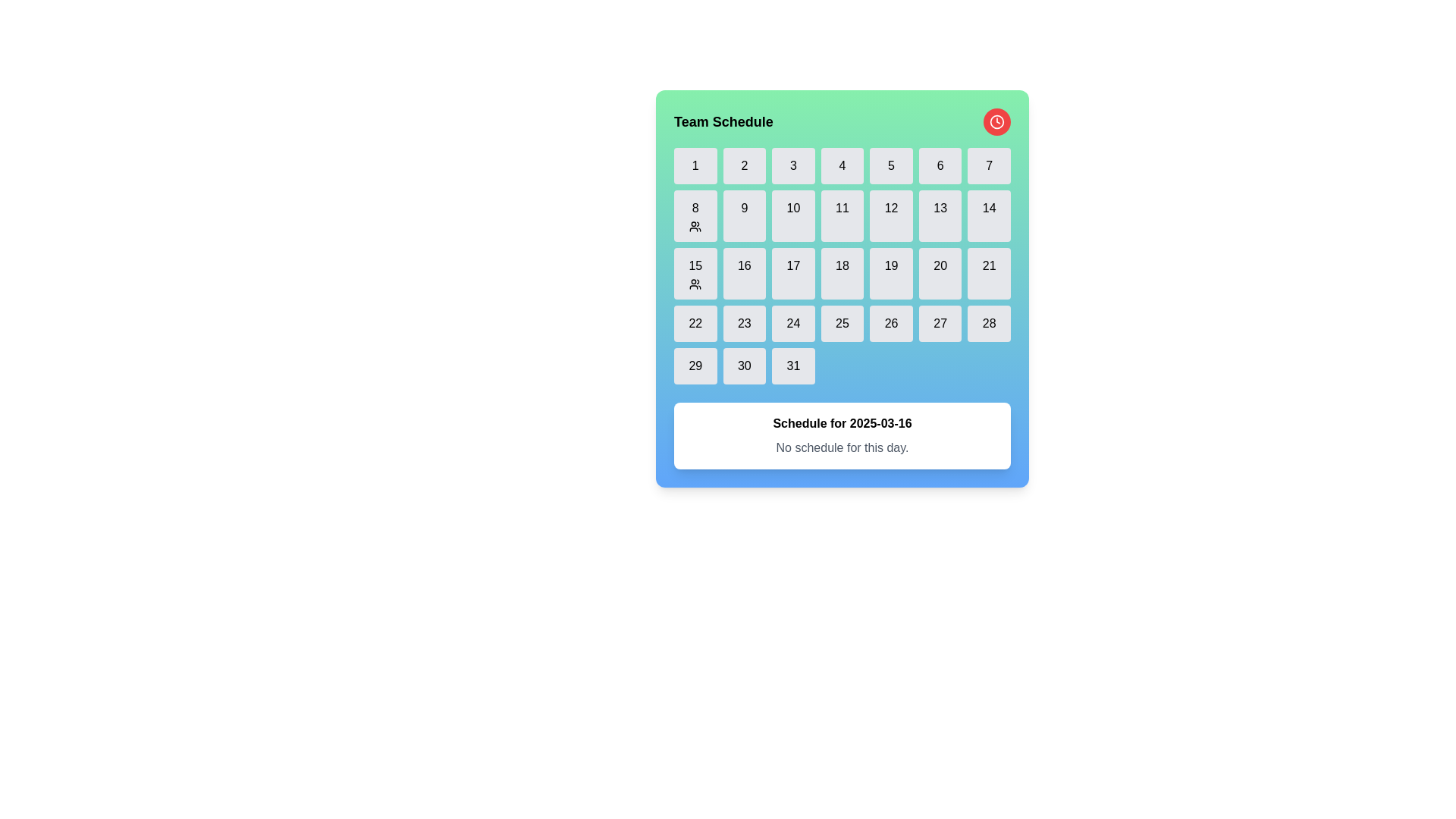  What do you see at coordinates (695, 366) in the screenshot?
I see `the rectangular button labeled '29' with a gray background and rounded borders, positioned in the last row of a grid` at bounding box center [695, 366].